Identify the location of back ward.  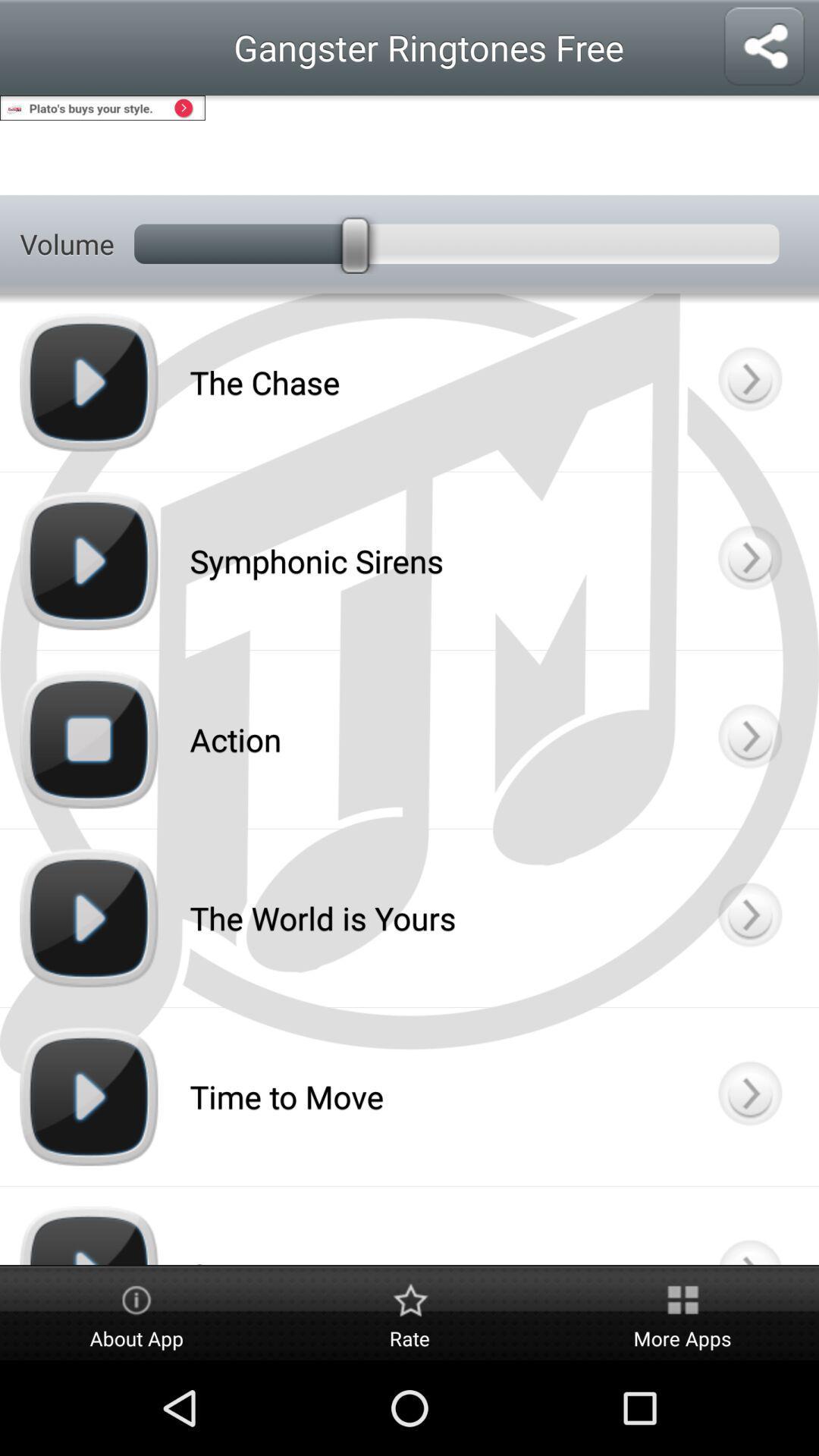
(748, 1097).